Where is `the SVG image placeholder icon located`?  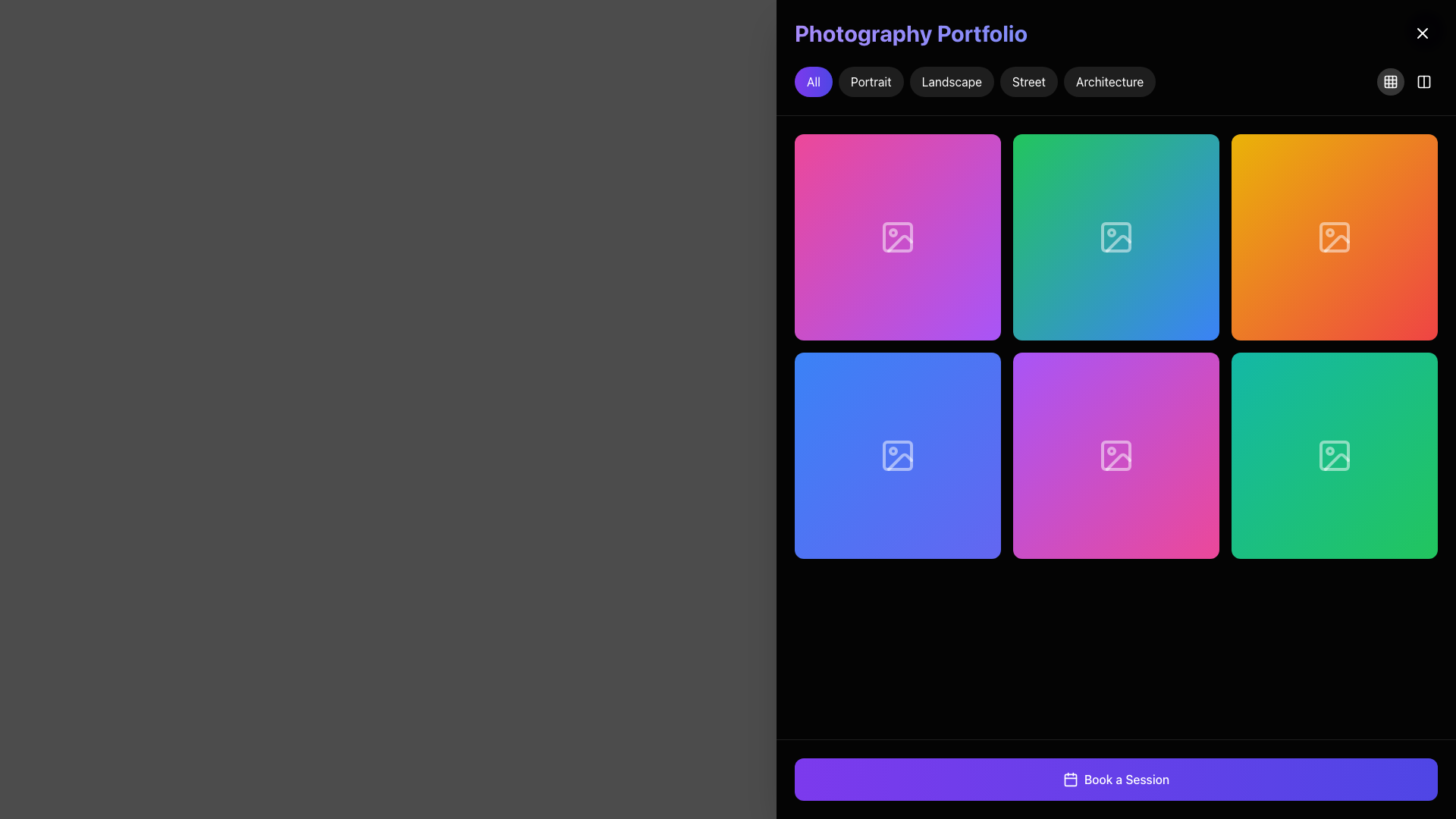
the SVG image placeholder icon located is located at coordinates (1335, 455).